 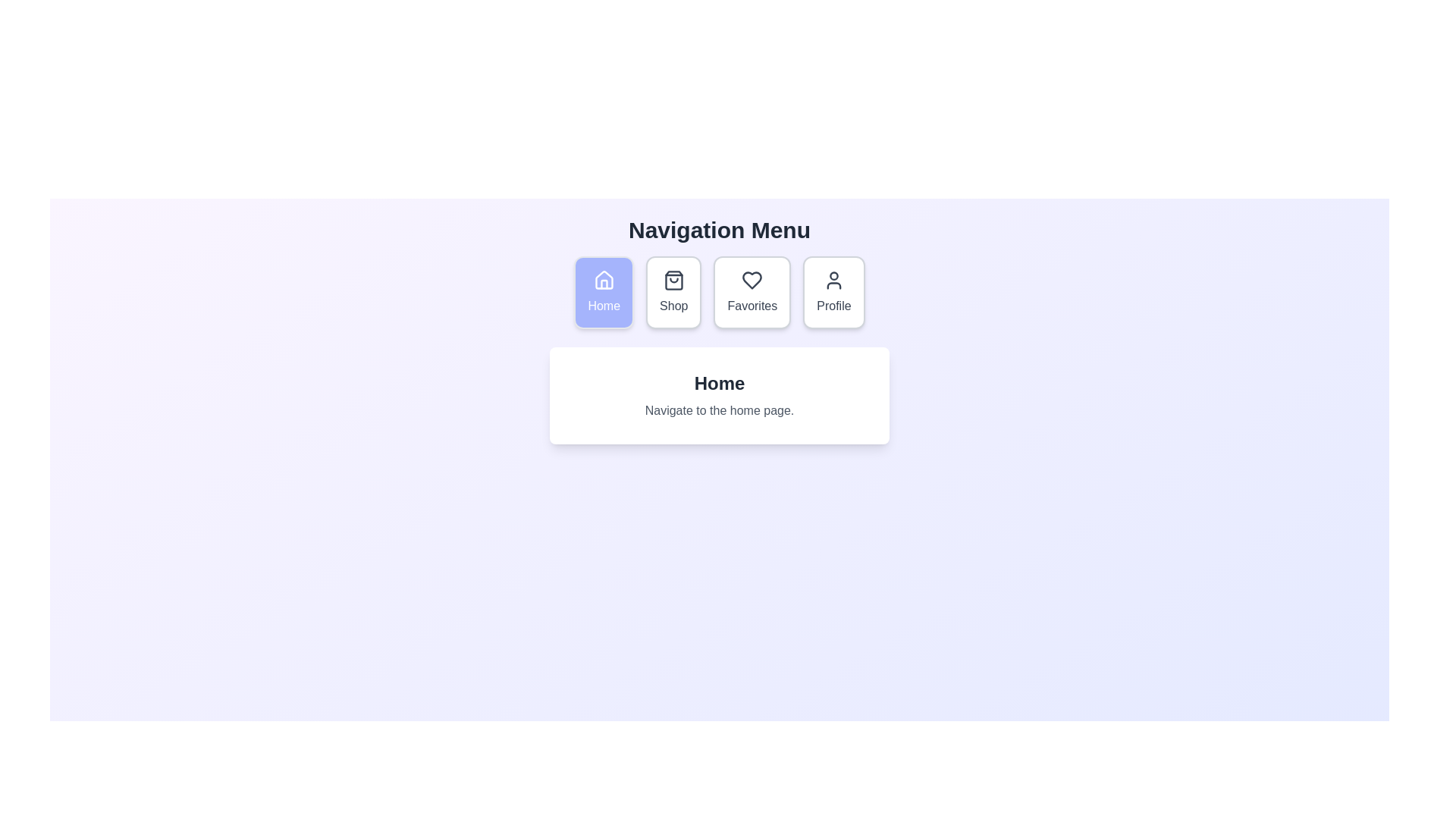 What do you see at coordinates (719, 411) in the screenshot?
I see `the descriptive text element located in a light-colored, rounded rectangle box, positioned below the bold 'Home' text` at bounding box center [719, 411].